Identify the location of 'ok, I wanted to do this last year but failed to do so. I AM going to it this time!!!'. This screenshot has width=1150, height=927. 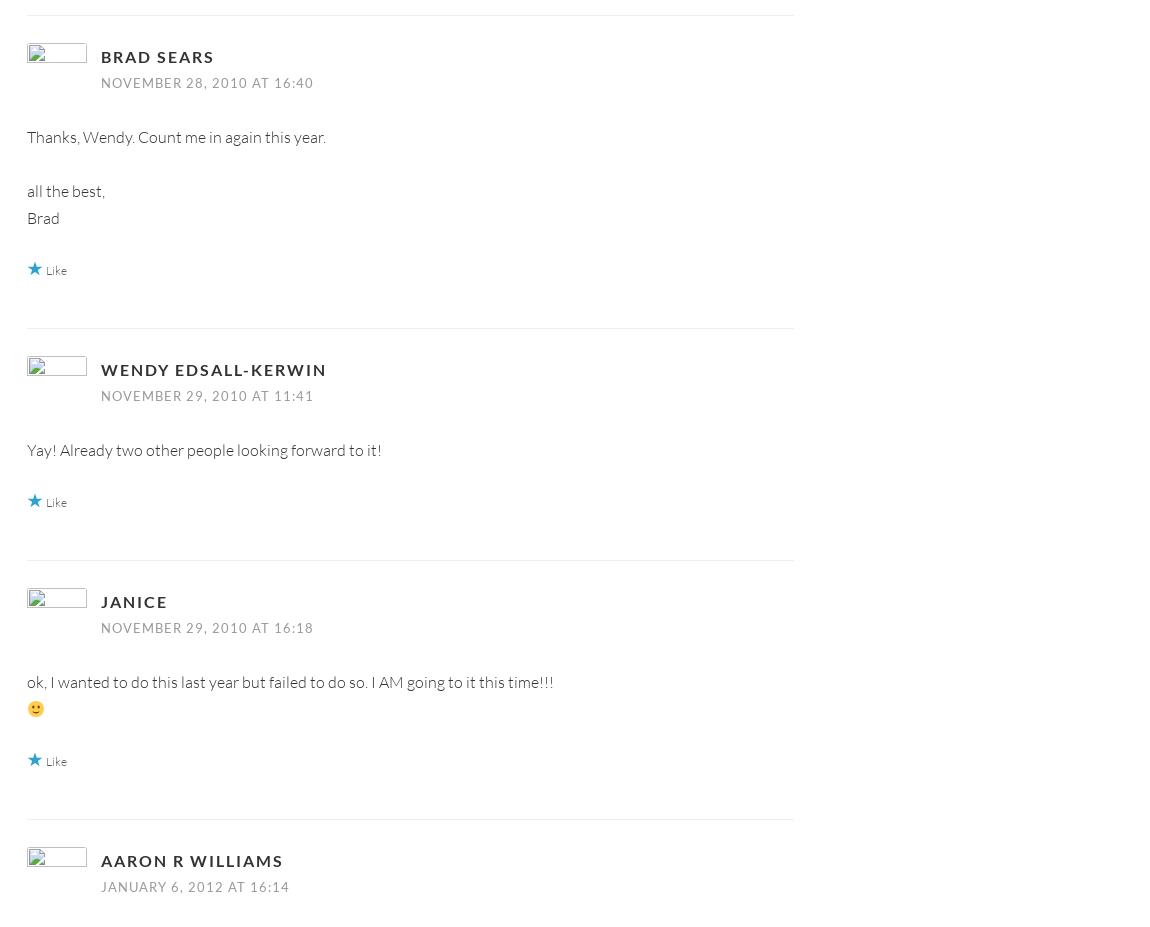
(290, 680).